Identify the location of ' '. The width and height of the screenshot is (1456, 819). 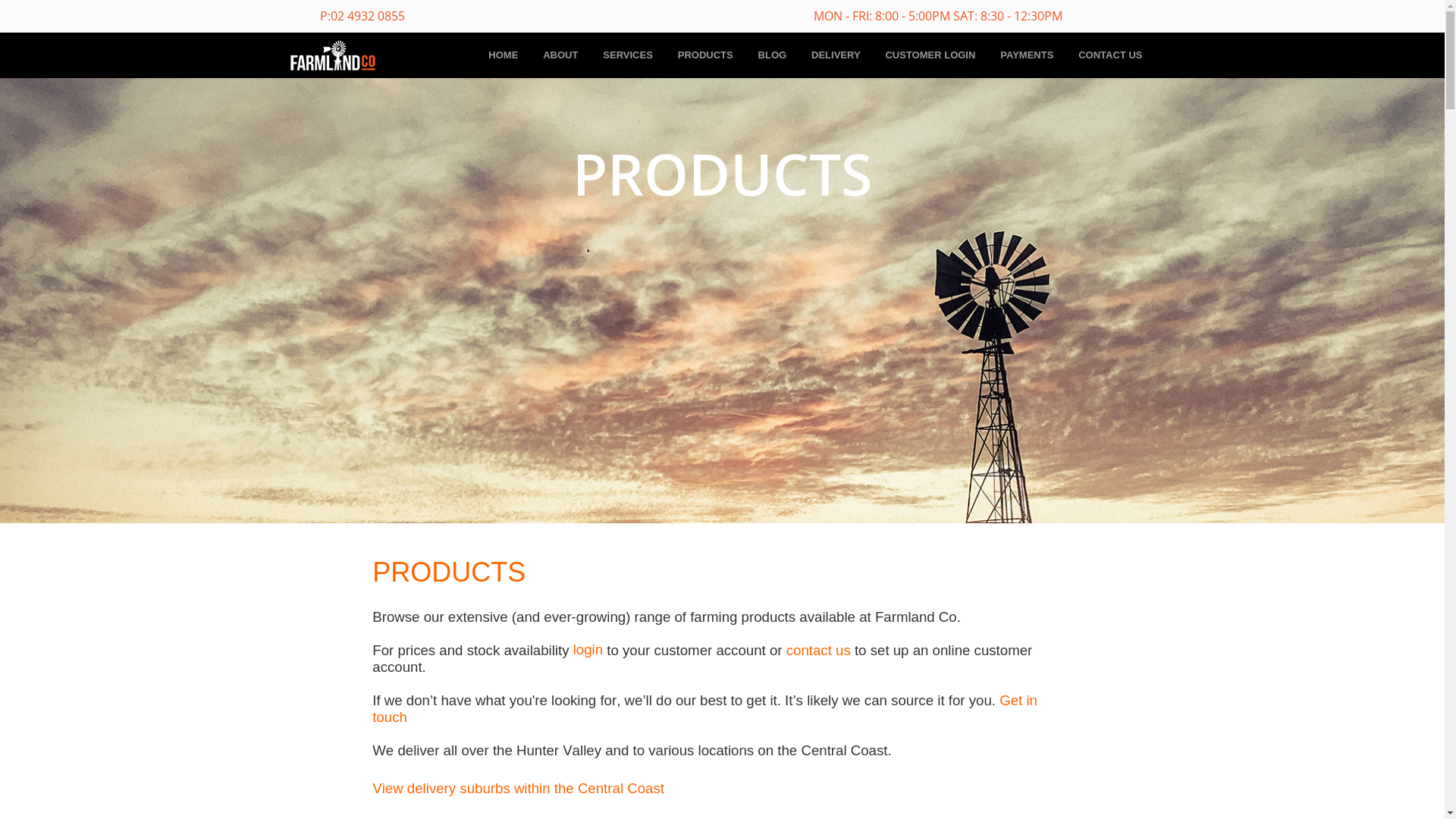
(996, 699).